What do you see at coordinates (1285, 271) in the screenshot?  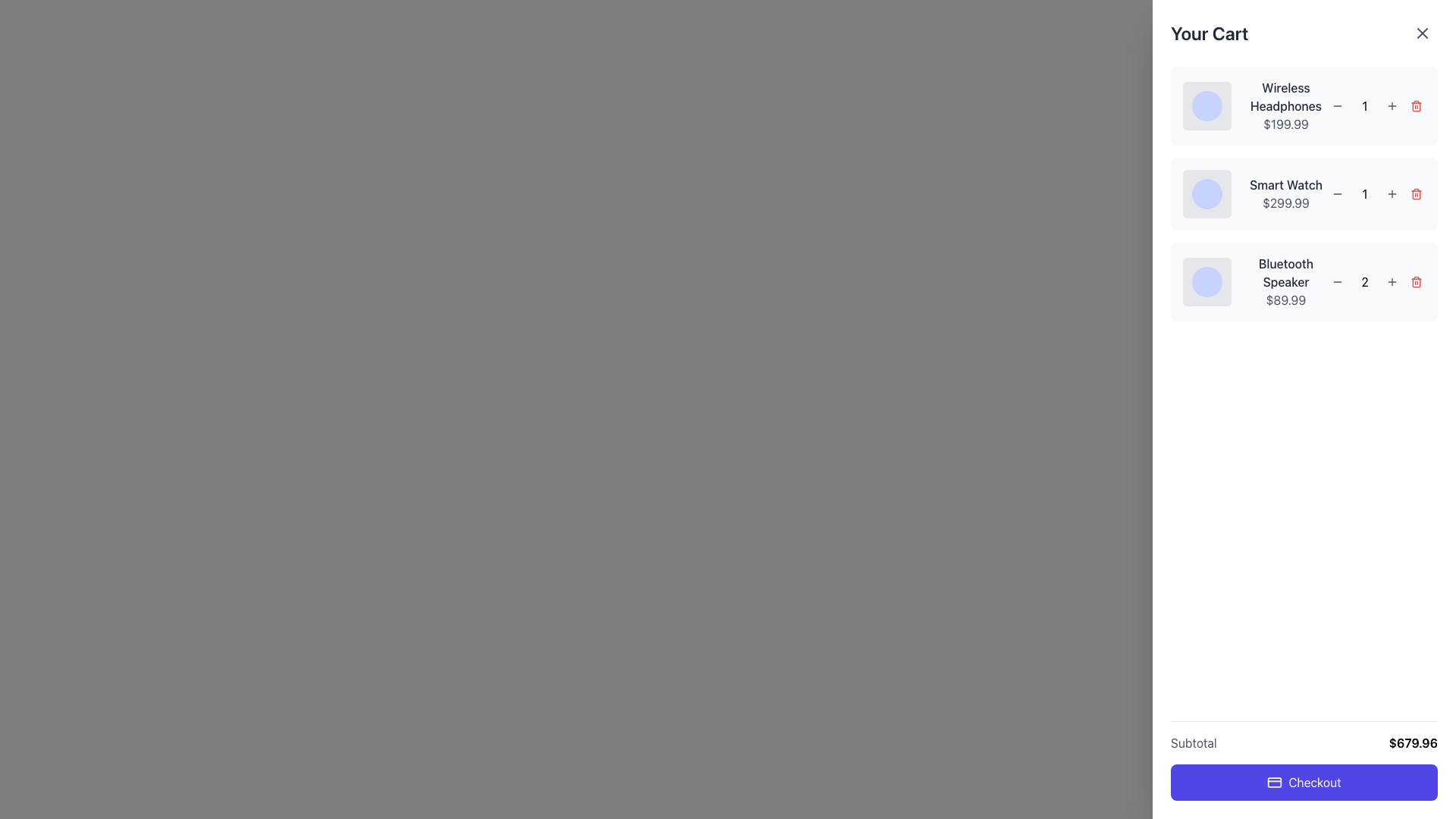 I see `text content of the 'Bluetooth Speaker' label, which is the third item in the vertically stacked list in the cart sidebar, positioned above the price '$89.99'` at bounding box center [1285, 271].